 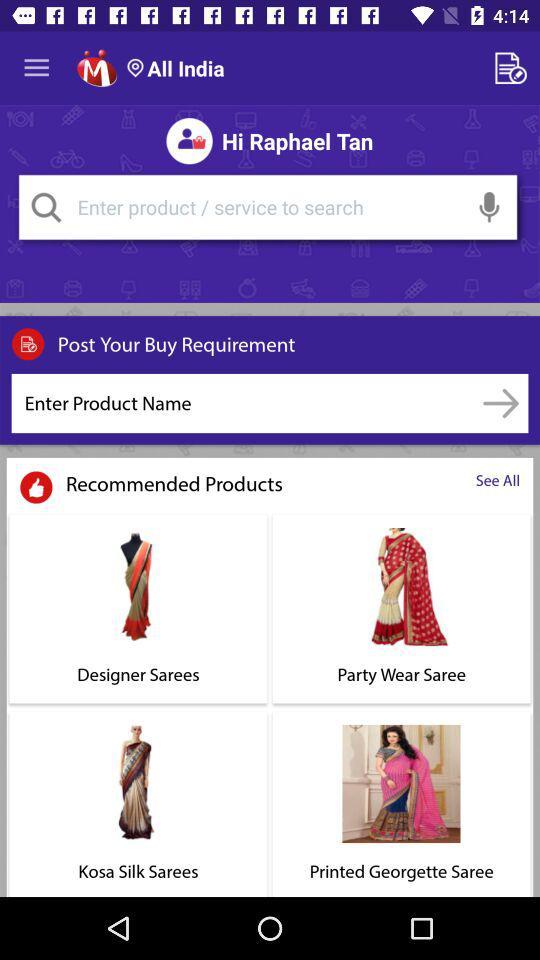 What do you see at coordinates (137, 587) in the screenshot?
I see `the image which is above designer sarees` at bounding box center [137, 587].